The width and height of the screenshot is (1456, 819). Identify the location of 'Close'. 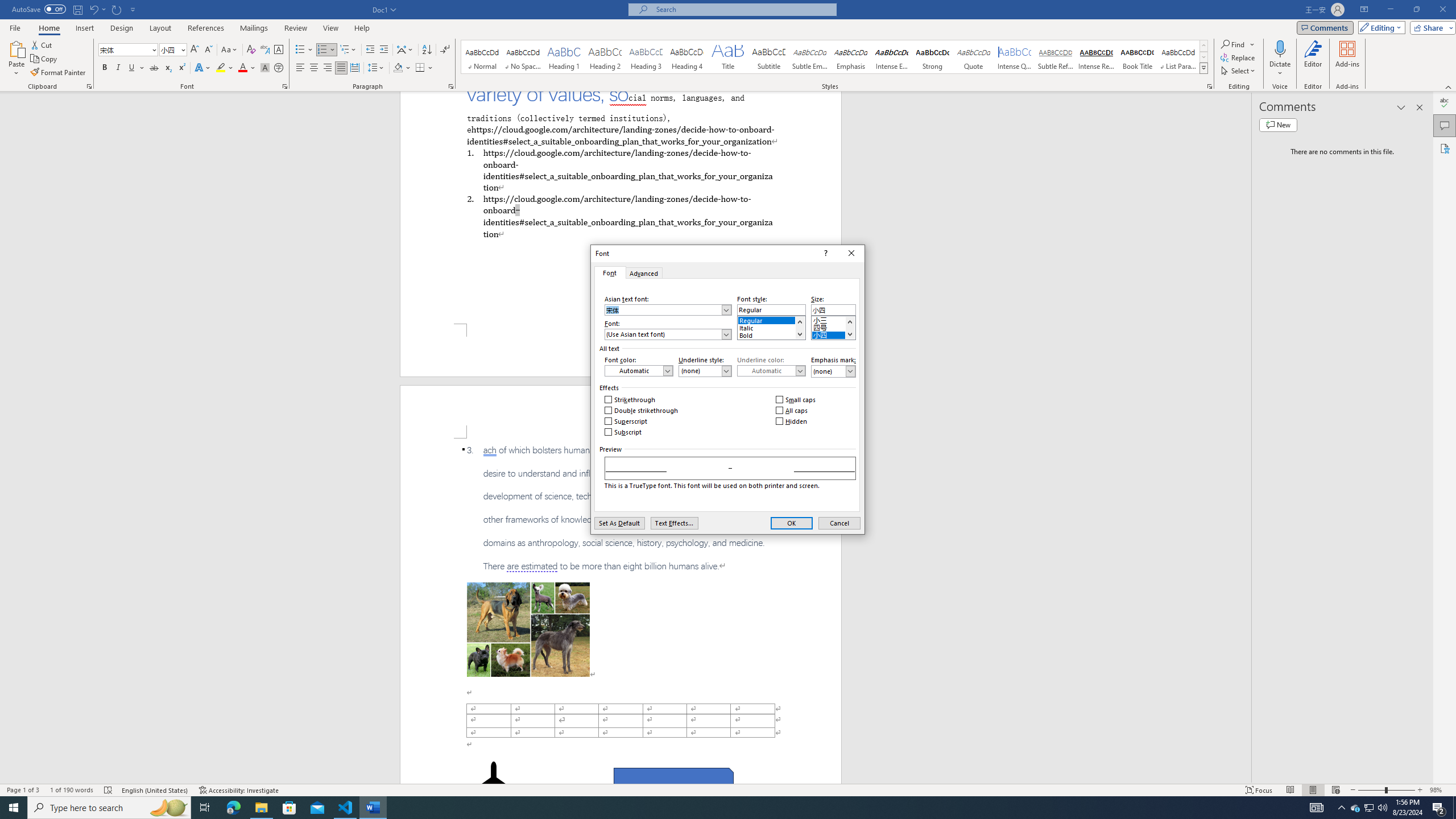
(851, 253).